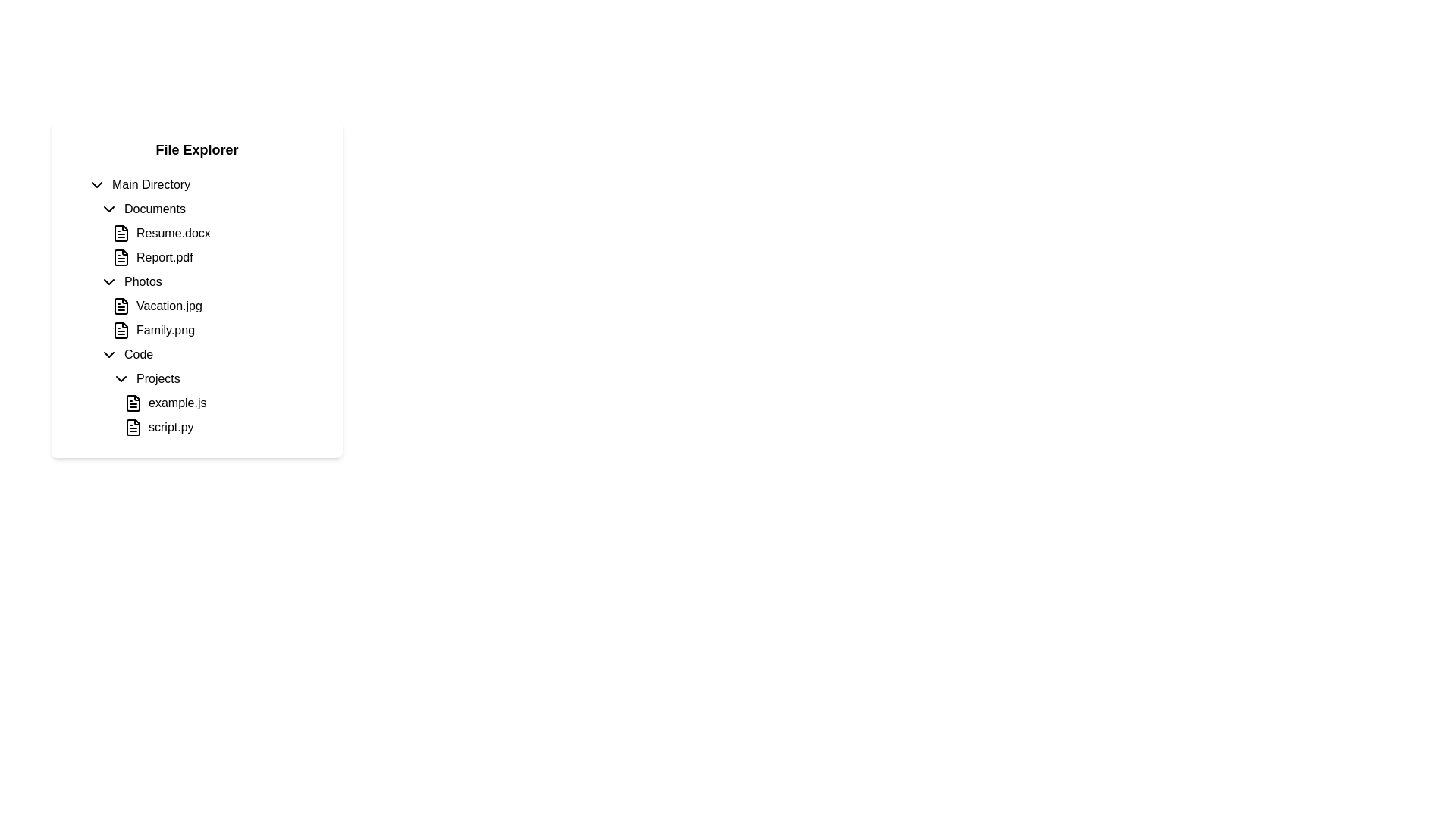  Describe the element at coordinates (171, 427) in the screenshot. I see `the text label representing the file named 'script.py' in the file explorer interface` at that location.